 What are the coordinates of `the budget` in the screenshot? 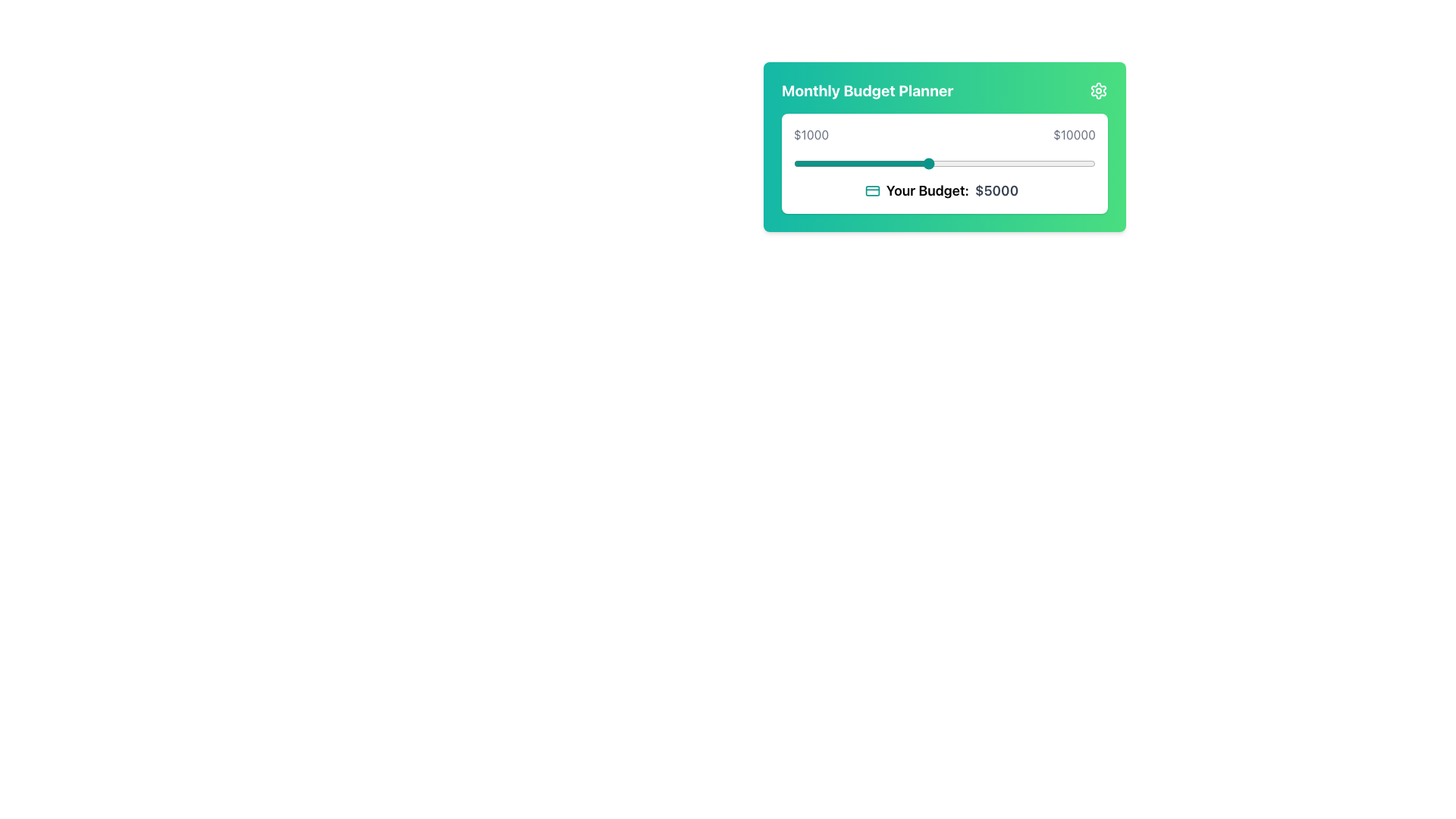 It's located at (979, 164).